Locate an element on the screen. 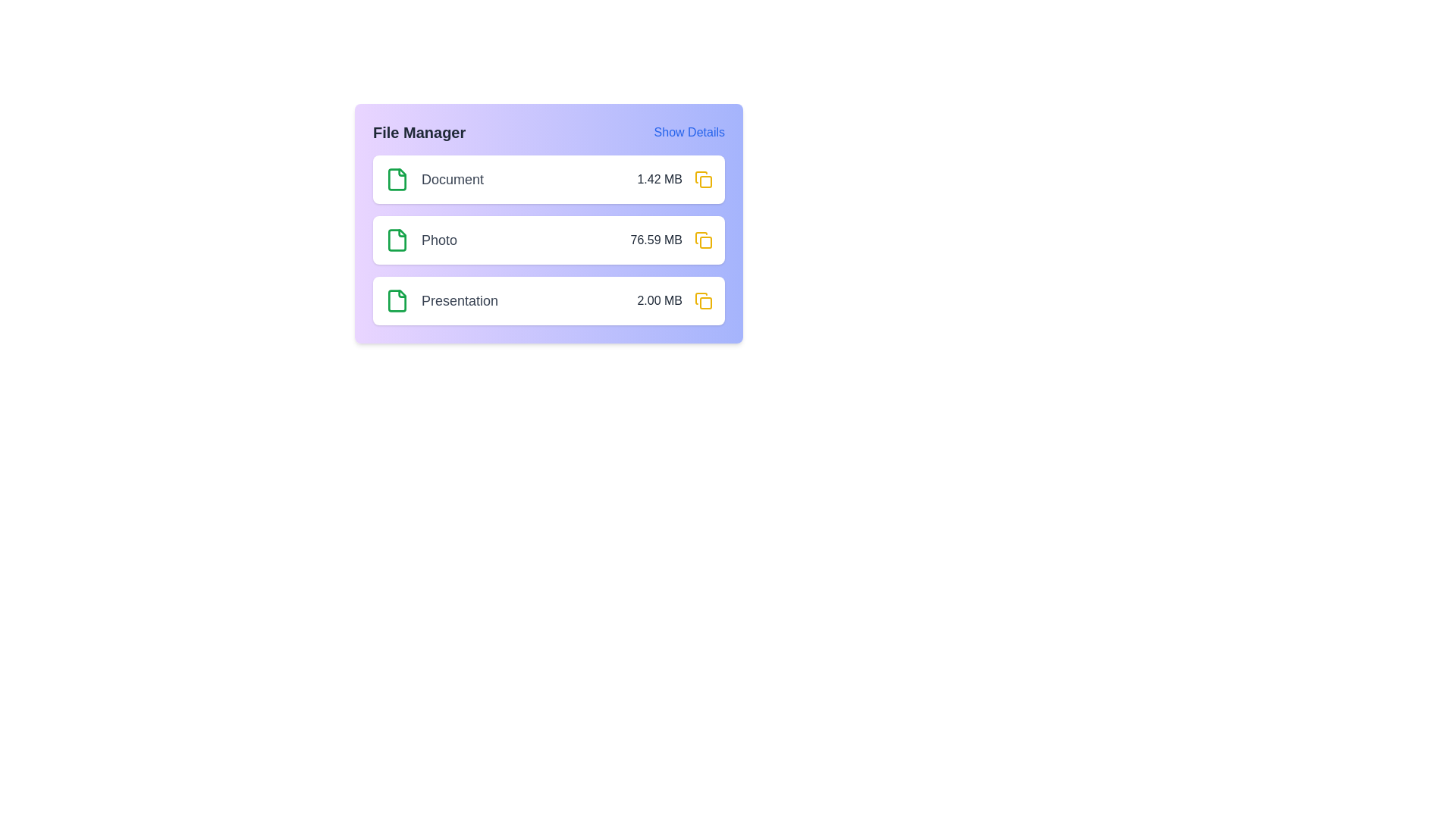 The image size is (1456, 819). the green file document icon corresponding to the 'Presentation' entry is located at coordinates (397, 301).